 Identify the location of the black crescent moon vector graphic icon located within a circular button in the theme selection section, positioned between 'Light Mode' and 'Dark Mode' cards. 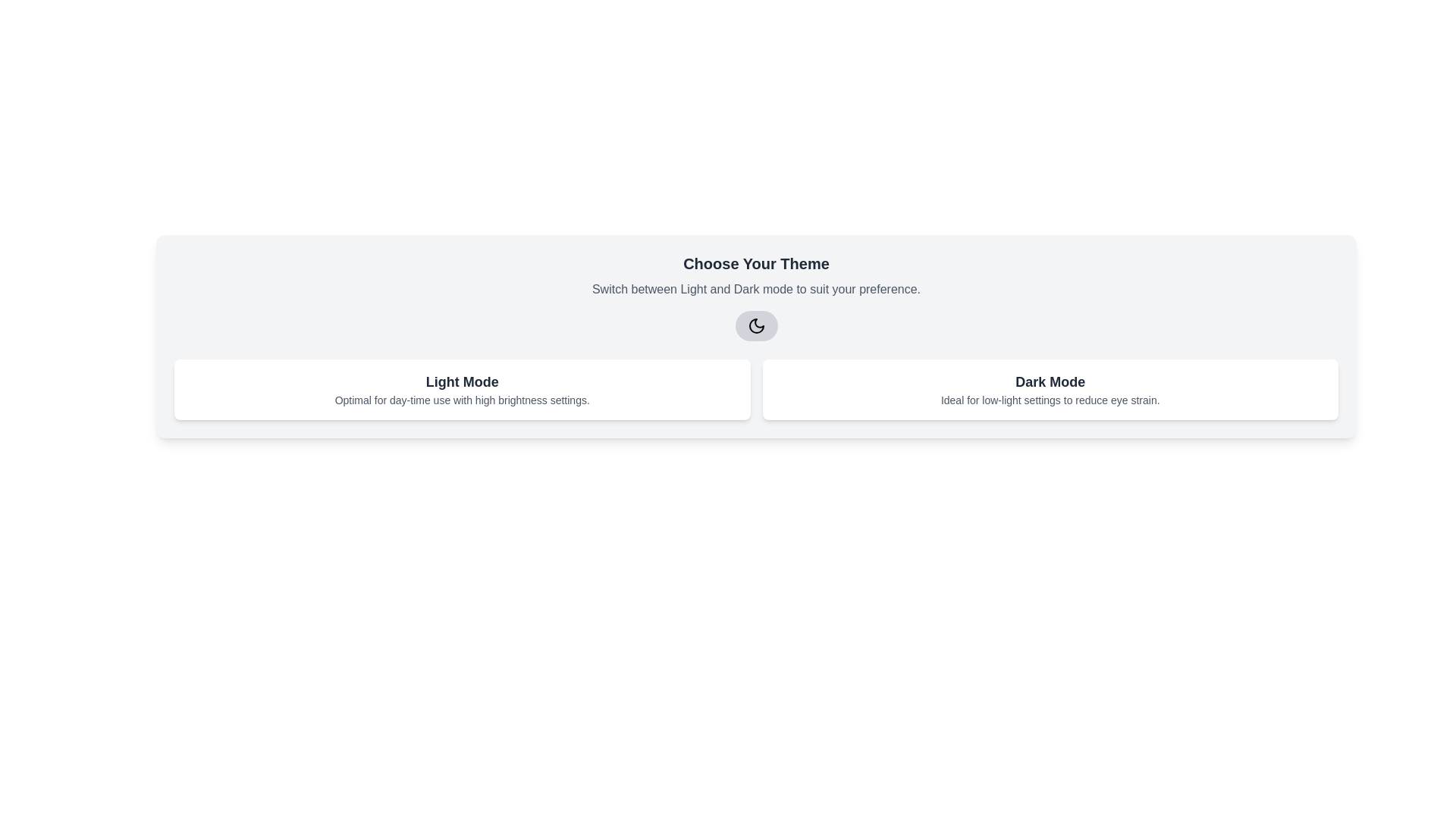
(756, 325).